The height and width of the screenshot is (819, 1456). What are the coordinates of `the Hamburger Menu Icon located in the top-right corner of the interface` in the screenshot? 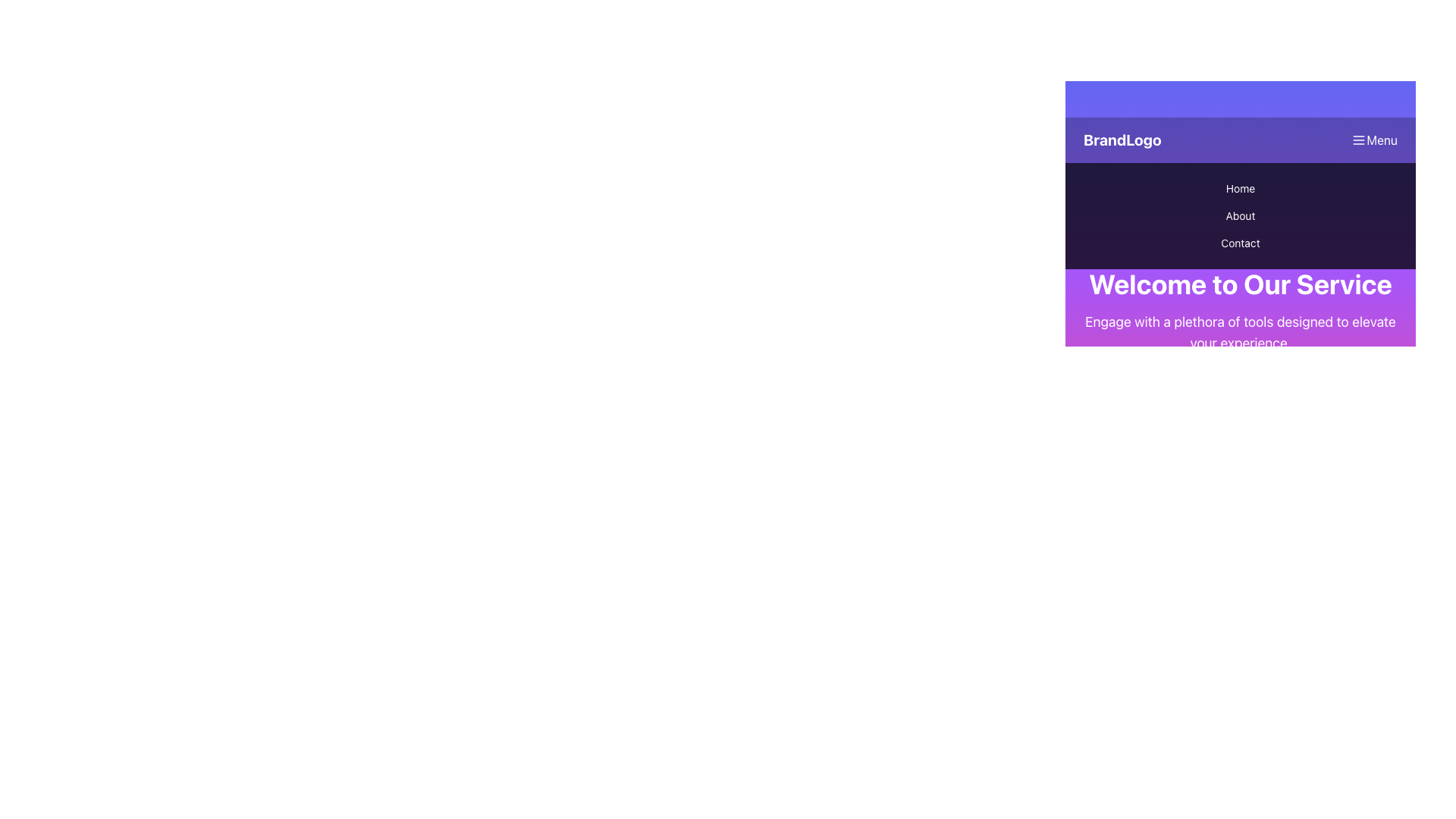 It's located at (1359, 140).